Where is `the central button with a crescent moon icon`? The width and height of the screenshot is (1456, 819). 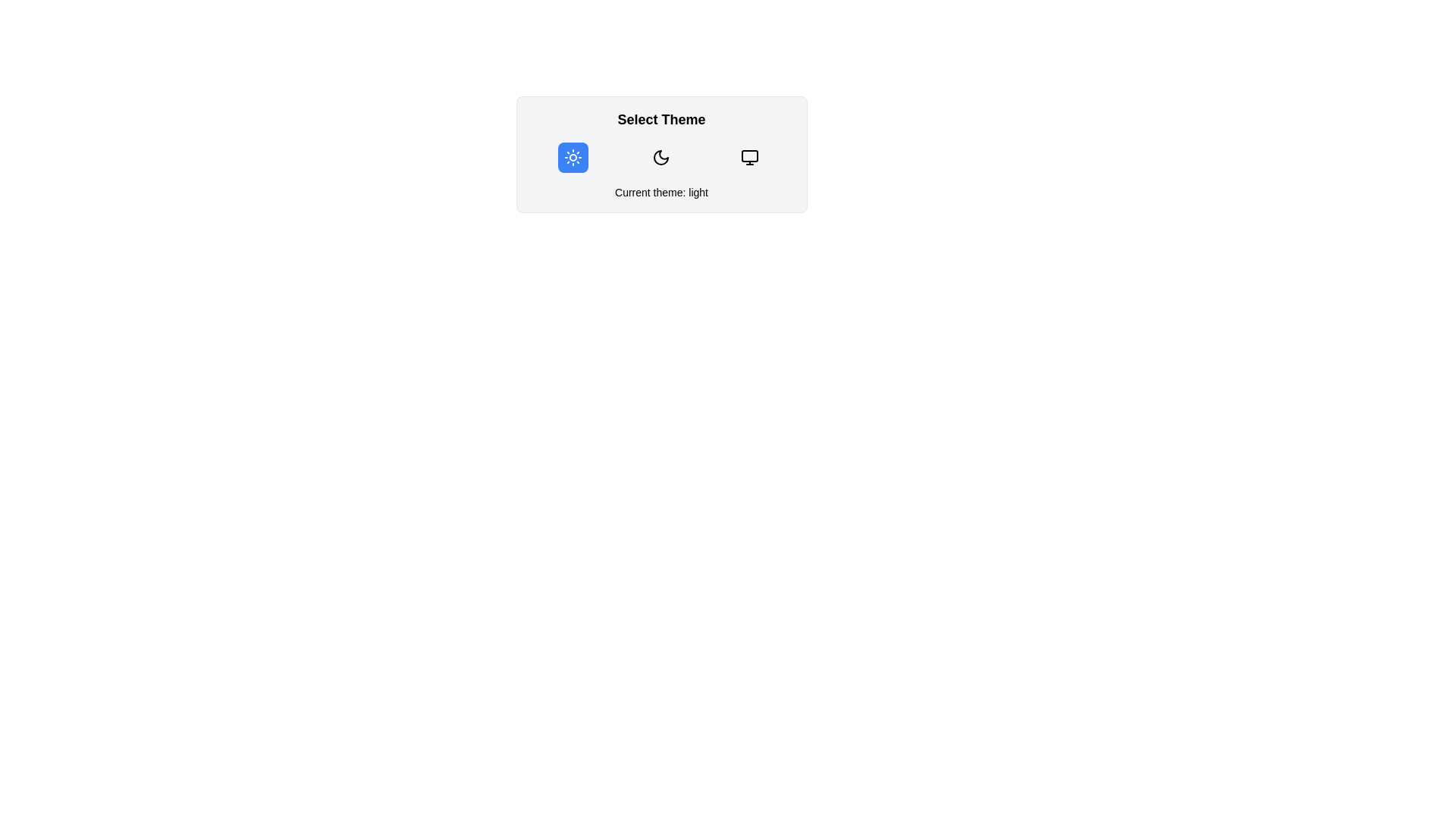 the central button with a crescent moon icon is located at coordinates (661, 158).